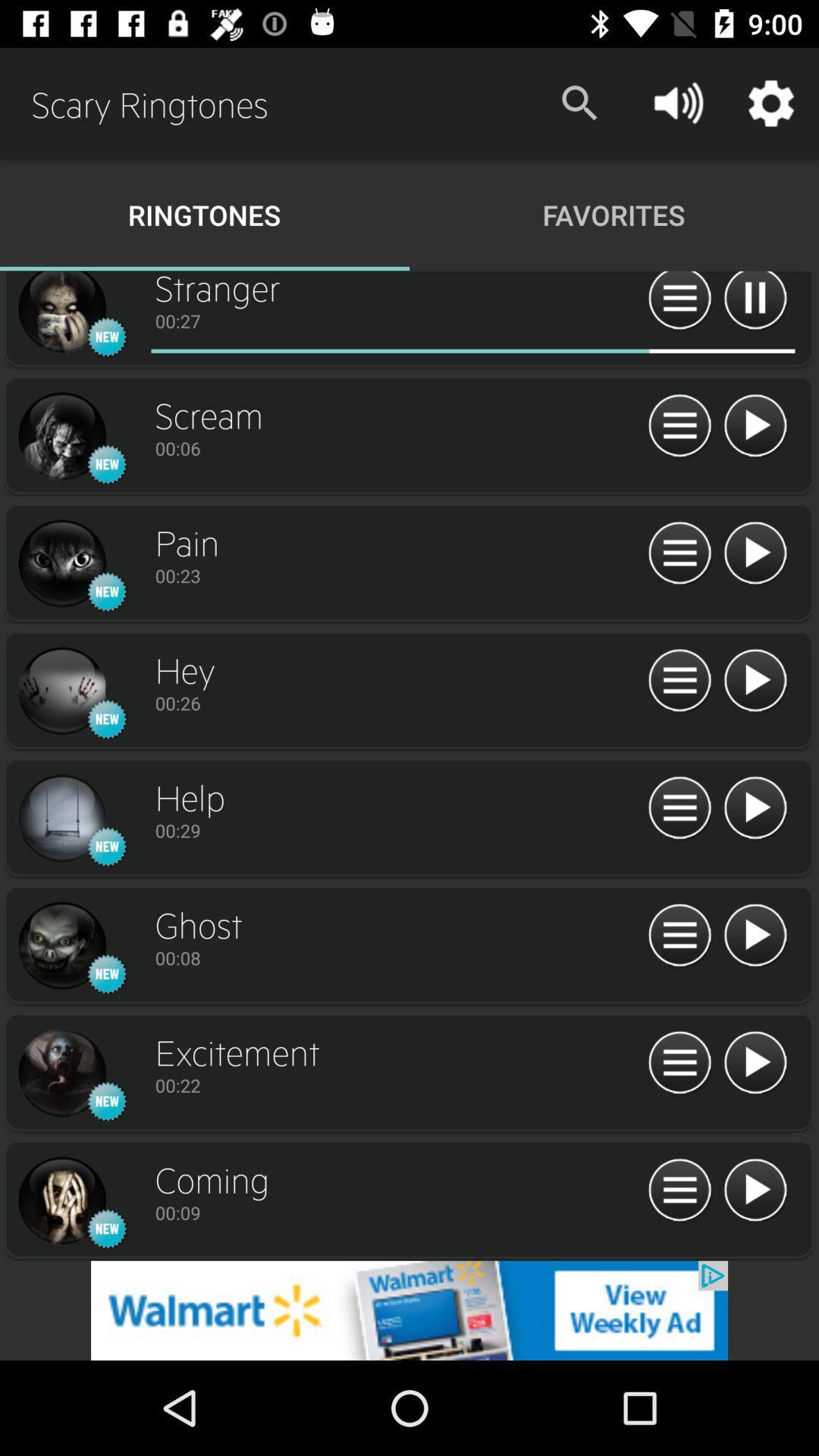  Describe the element at coordinates (61, 313) in the screenshot. I see `previous` at that location.